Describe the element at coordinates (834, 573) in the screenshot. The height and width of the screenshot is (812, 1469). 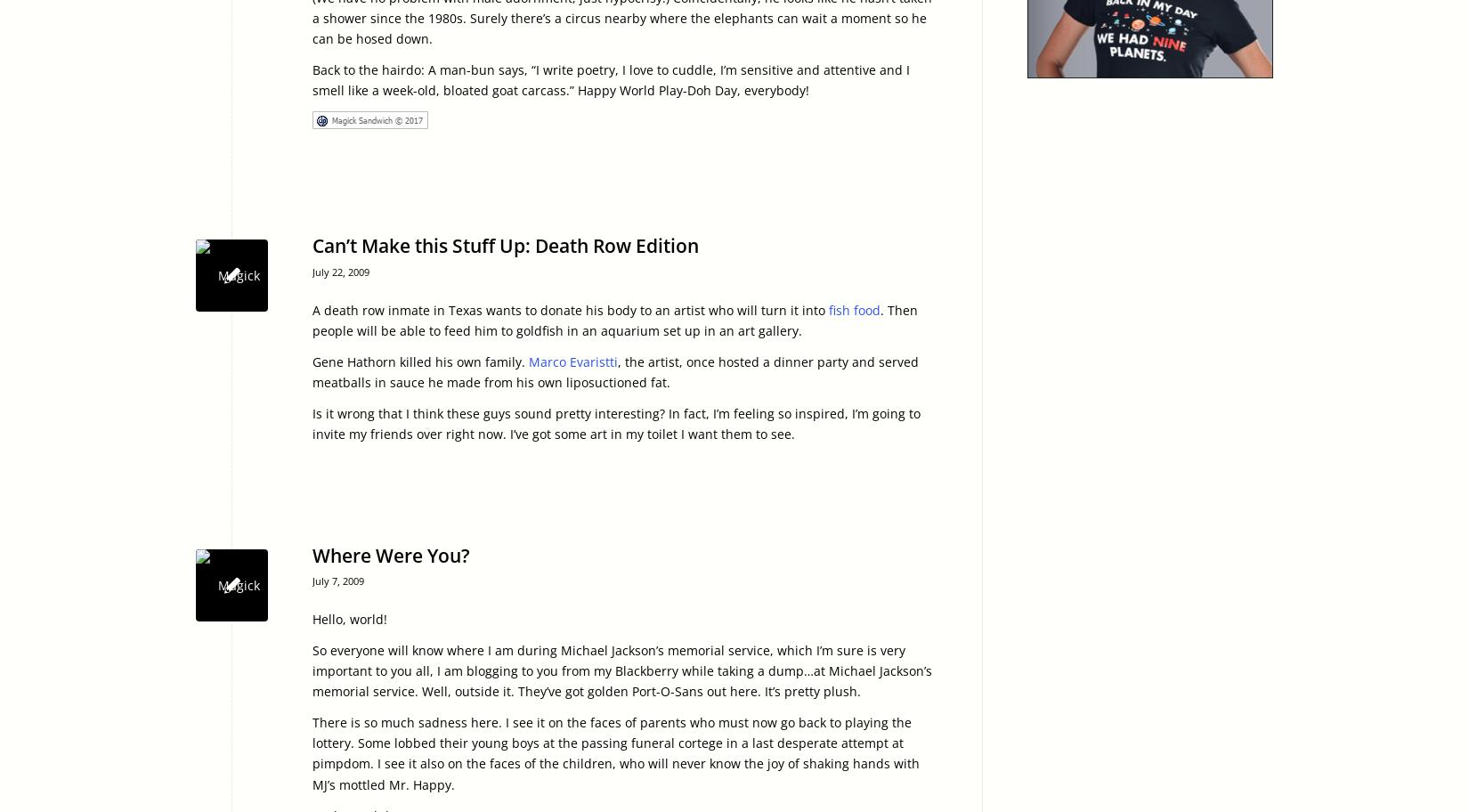
I see `'2009-07-07 21:40:00'` at that location.